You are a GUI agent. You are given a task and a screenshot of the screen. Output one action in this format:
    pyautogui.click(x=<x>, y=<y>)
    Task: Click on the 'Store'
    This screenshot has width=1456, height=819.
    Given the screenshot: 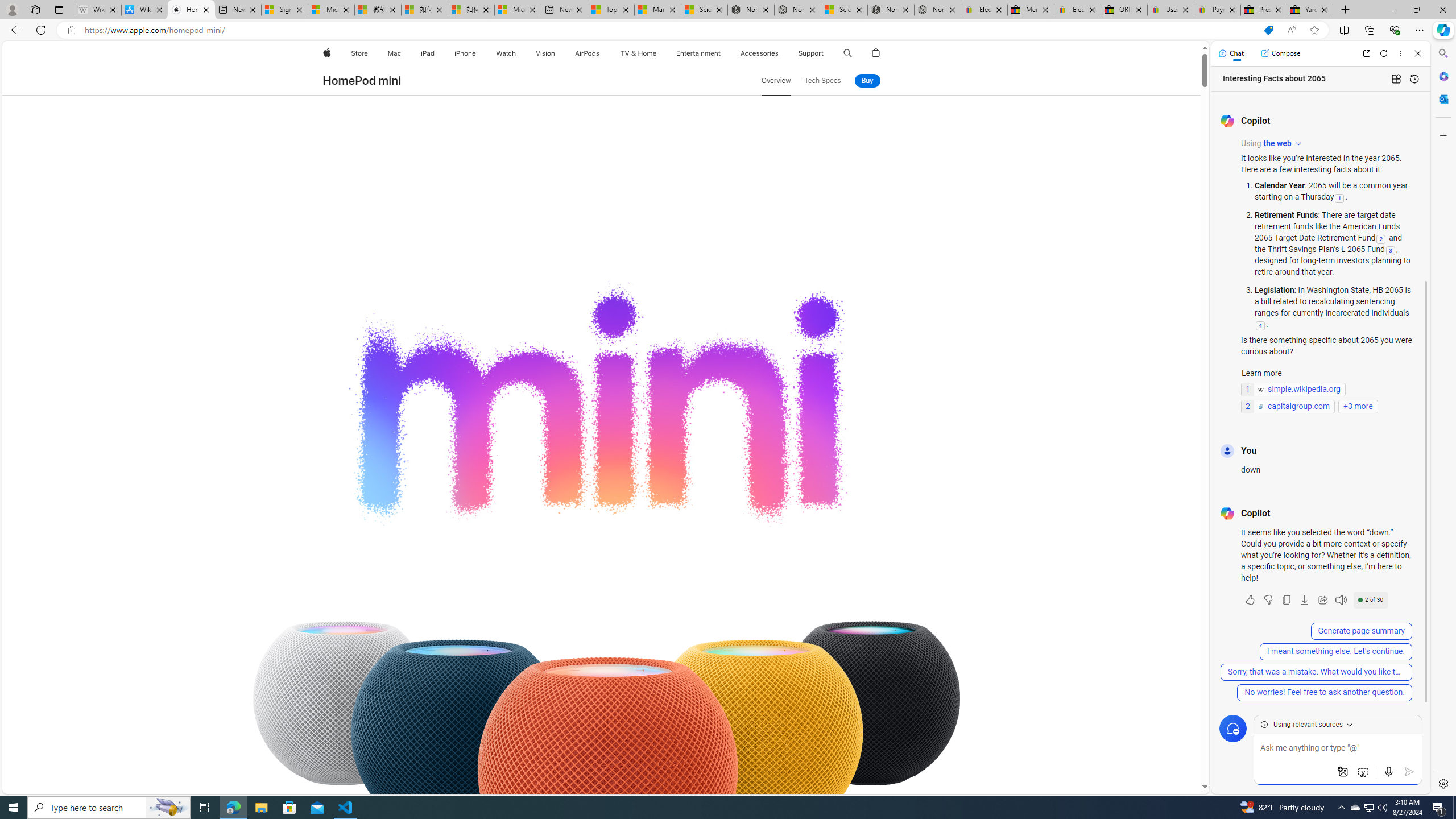 What is the action you would take?
    pyautogui.click(x=359, y=53)
    